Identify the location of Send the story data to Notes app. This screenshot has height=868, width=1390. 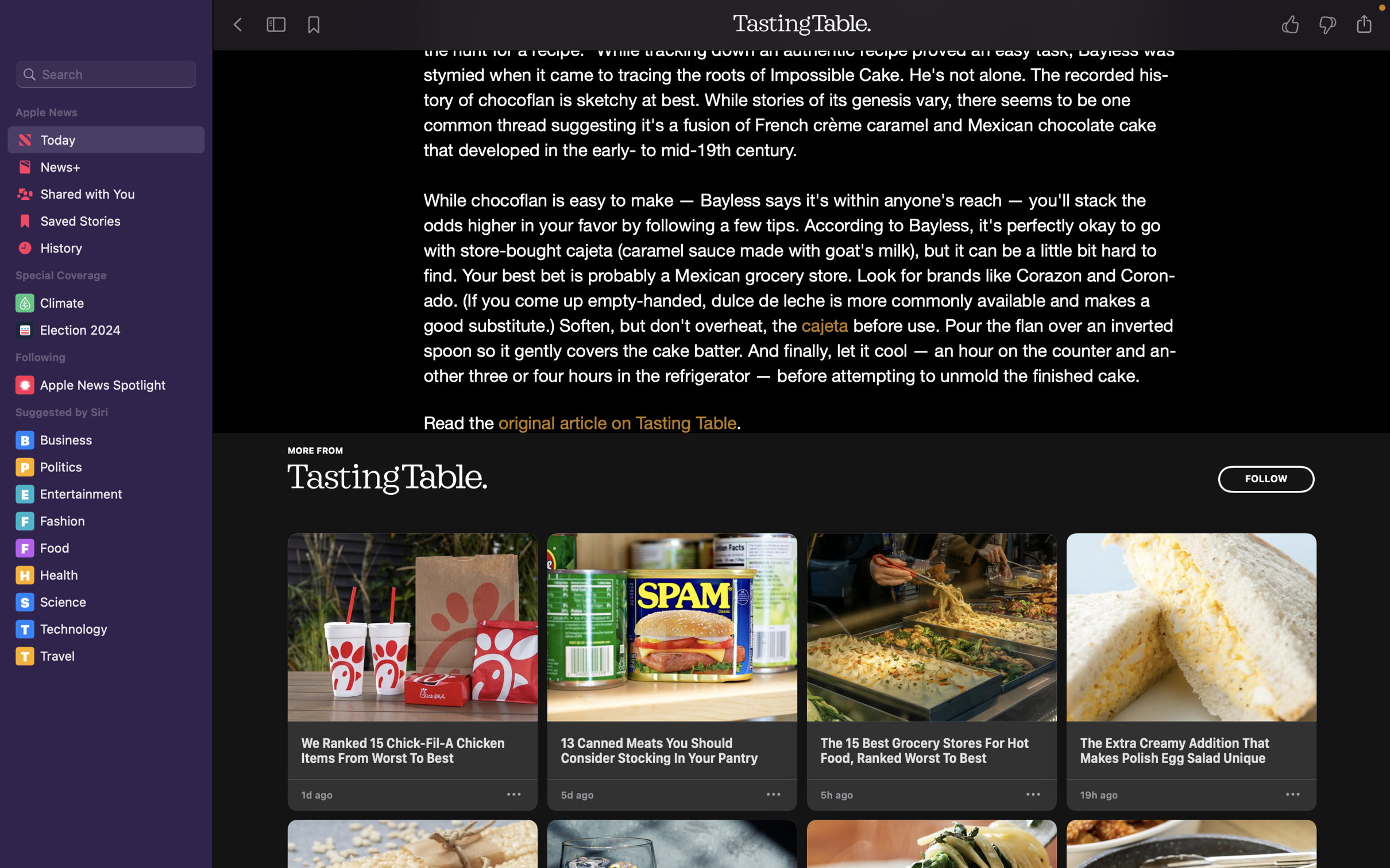
(1368, 24).